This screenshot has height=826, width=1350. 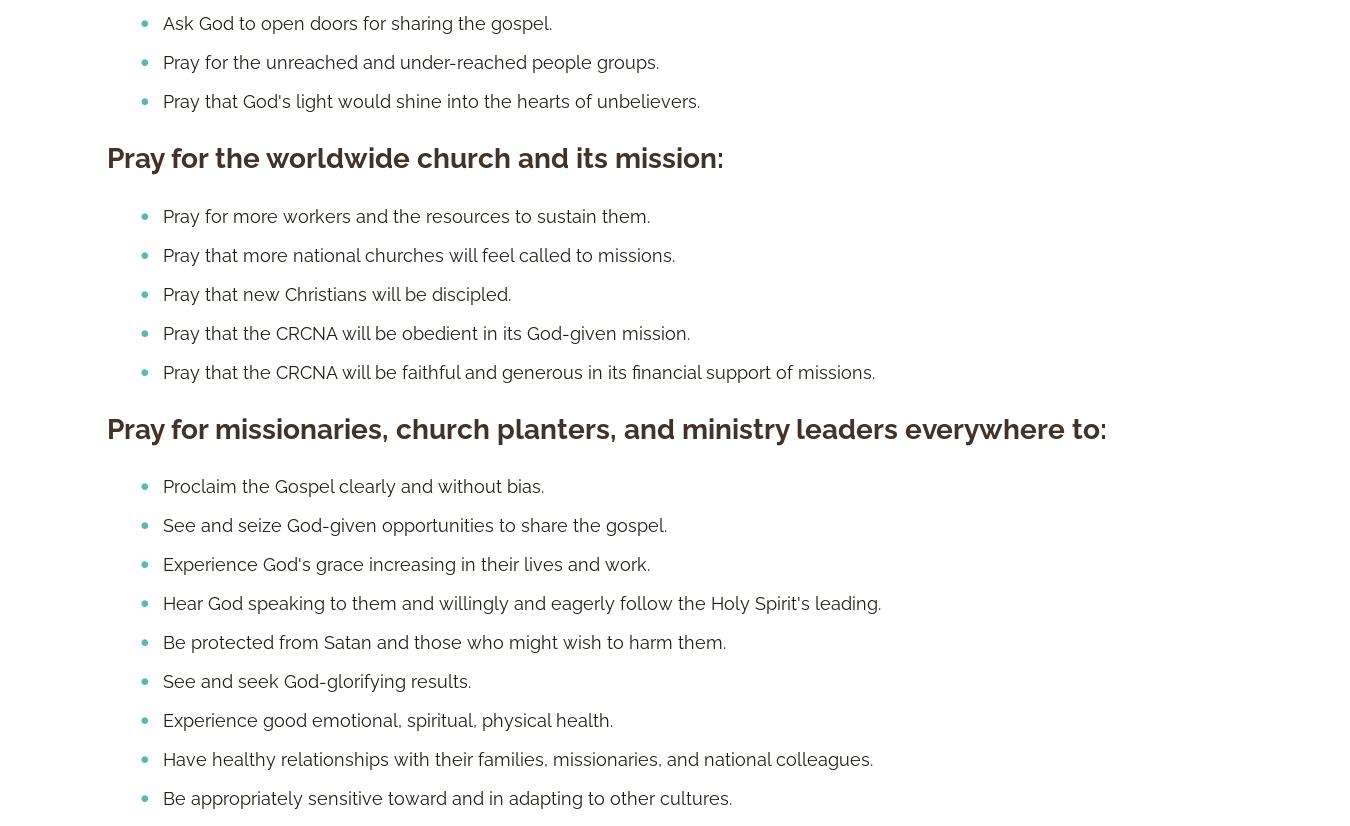 I want to click on 'Subscribe', so click(x=485, y=271).